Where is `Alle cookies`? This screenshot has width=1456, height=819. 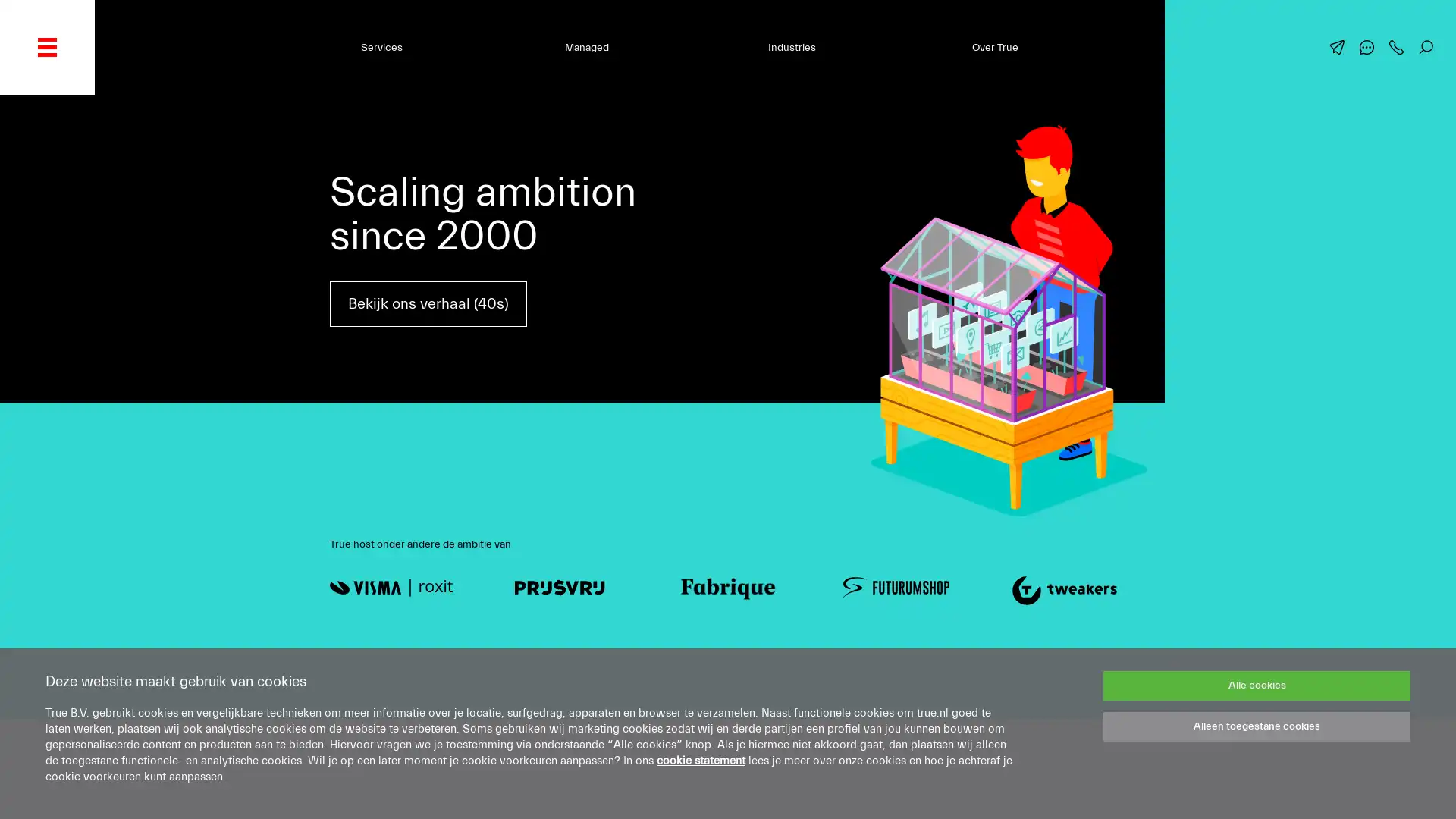
Alle cookies is located at coordinates (1257, 678).